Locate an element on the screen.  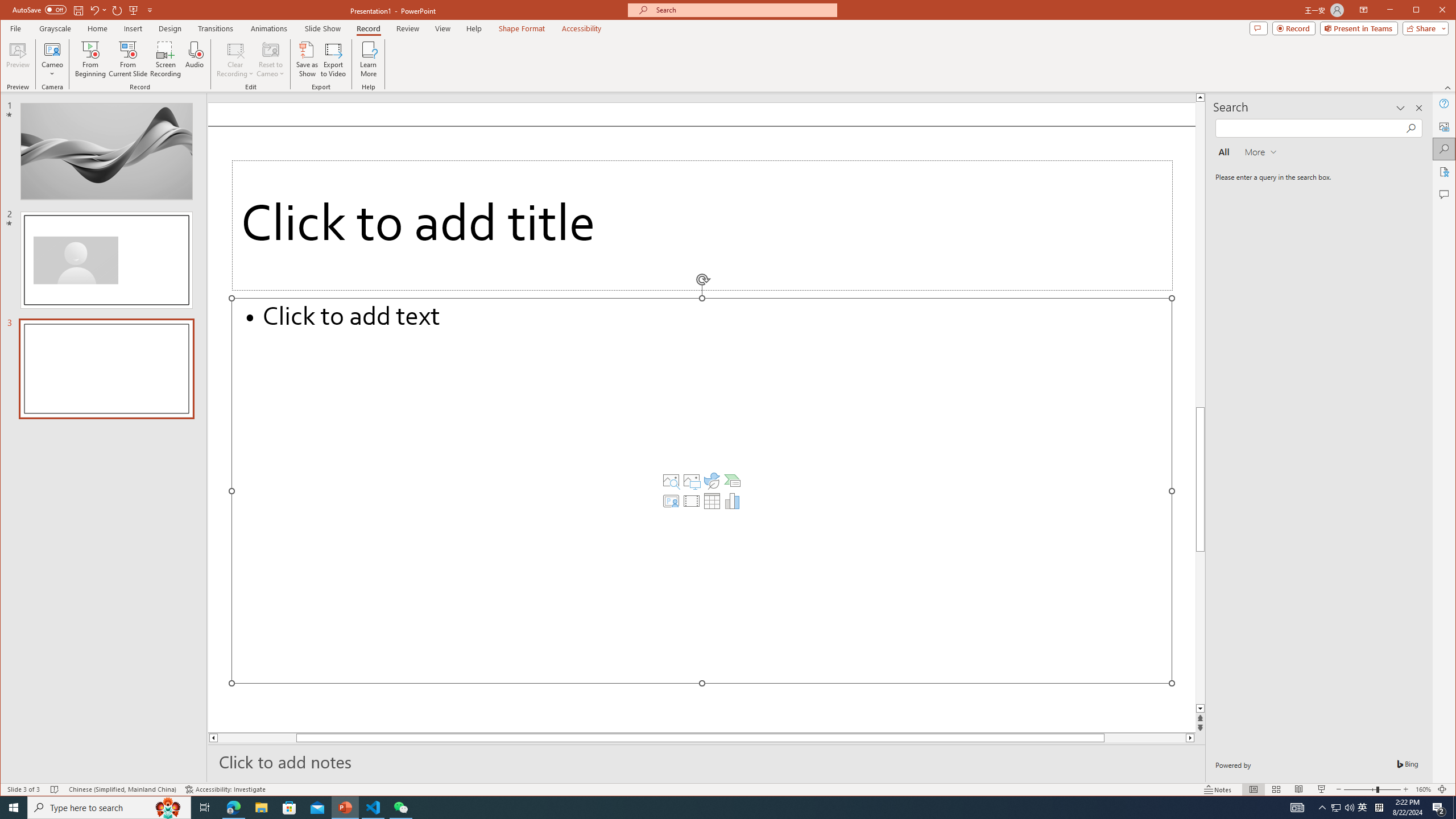
'Search highlights icon opens search home window' is located at coordinates (167, 806).